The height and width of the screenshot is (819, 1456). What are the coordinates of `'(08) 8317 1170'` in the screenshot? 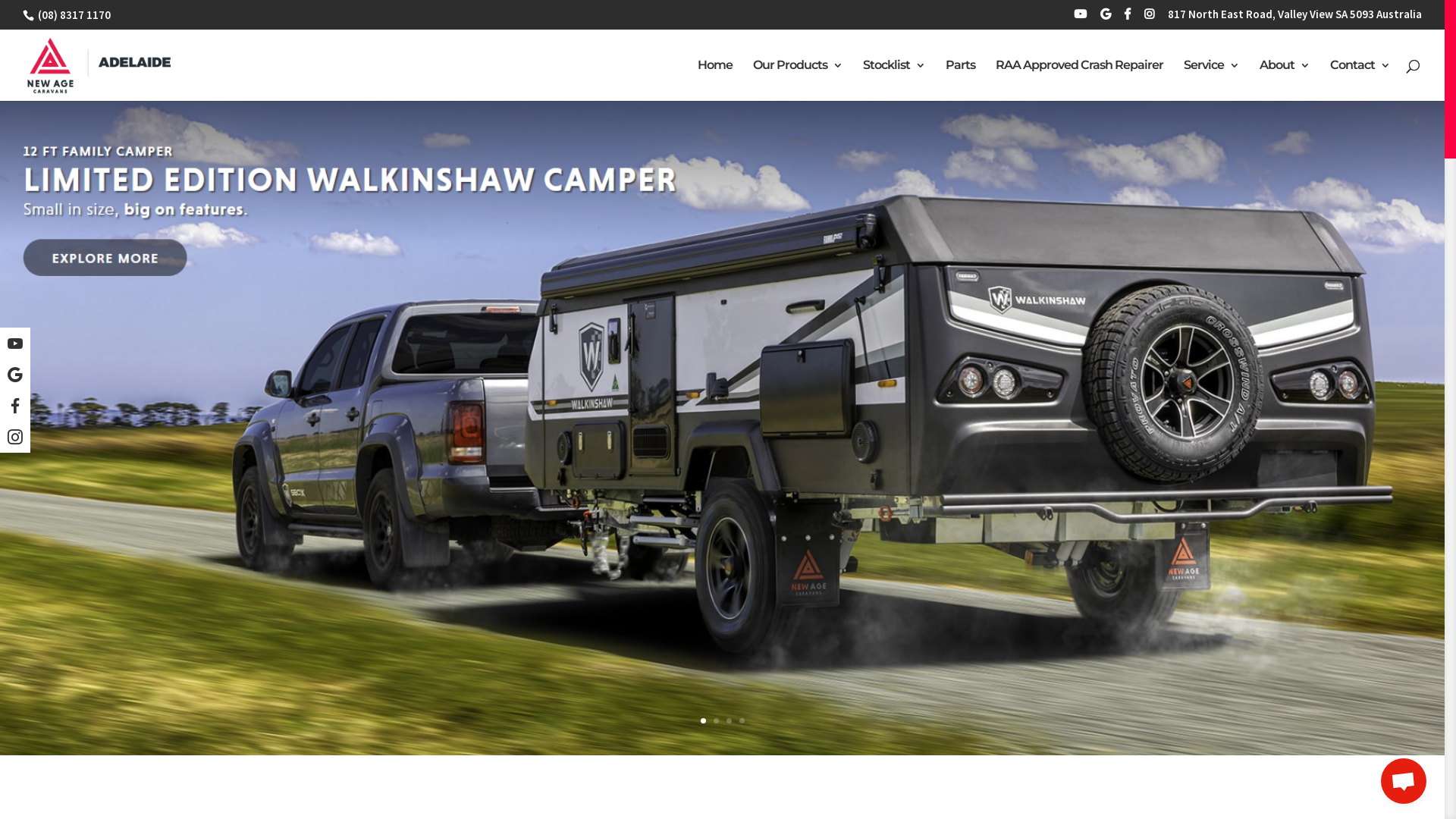 It's located at (72, 14).